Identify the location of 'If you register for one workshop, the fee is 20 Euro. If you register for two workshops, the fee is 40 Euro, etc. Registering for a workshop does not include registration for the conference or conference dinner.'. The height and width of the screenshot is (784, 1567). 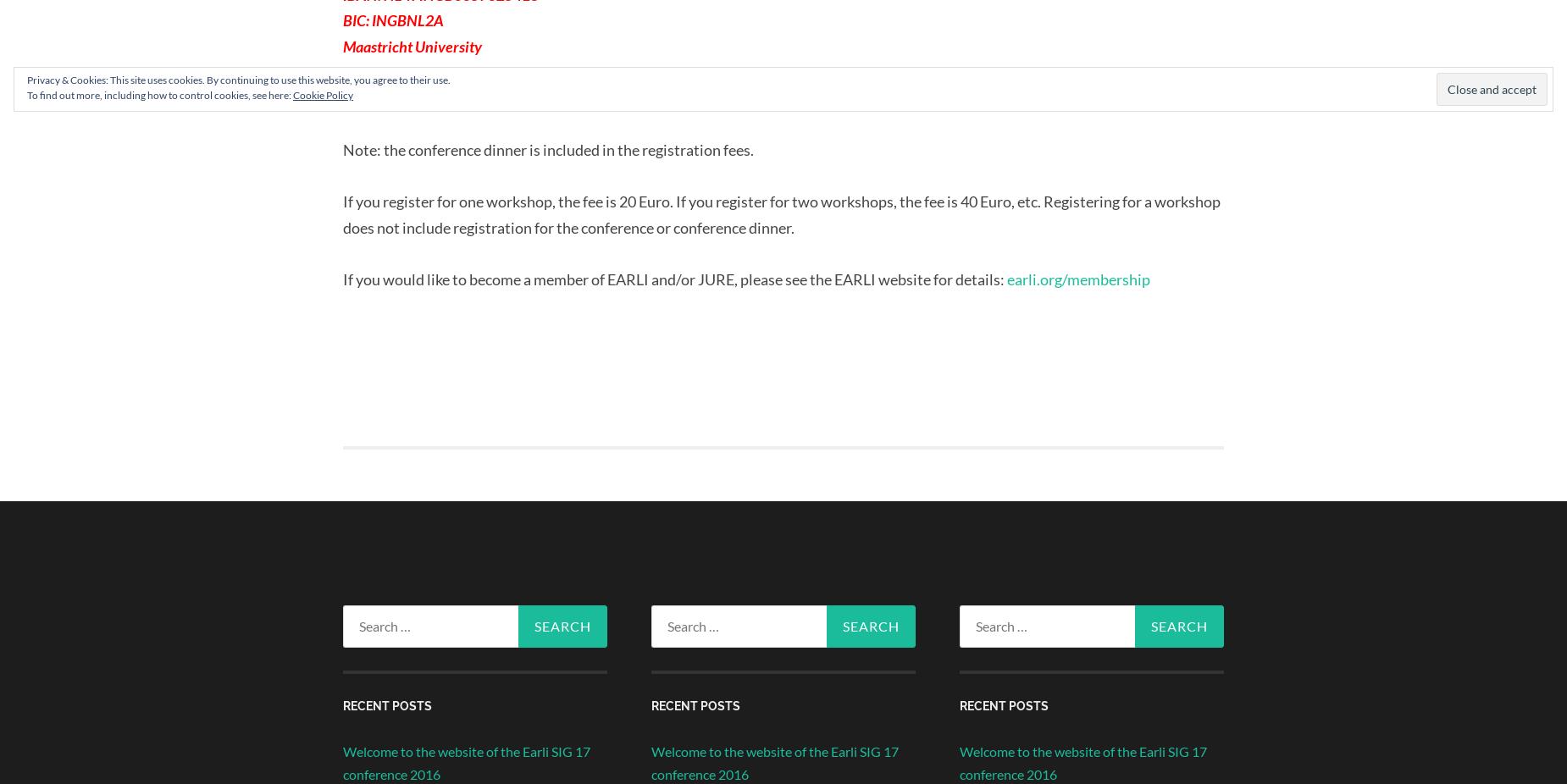
(341, 213).